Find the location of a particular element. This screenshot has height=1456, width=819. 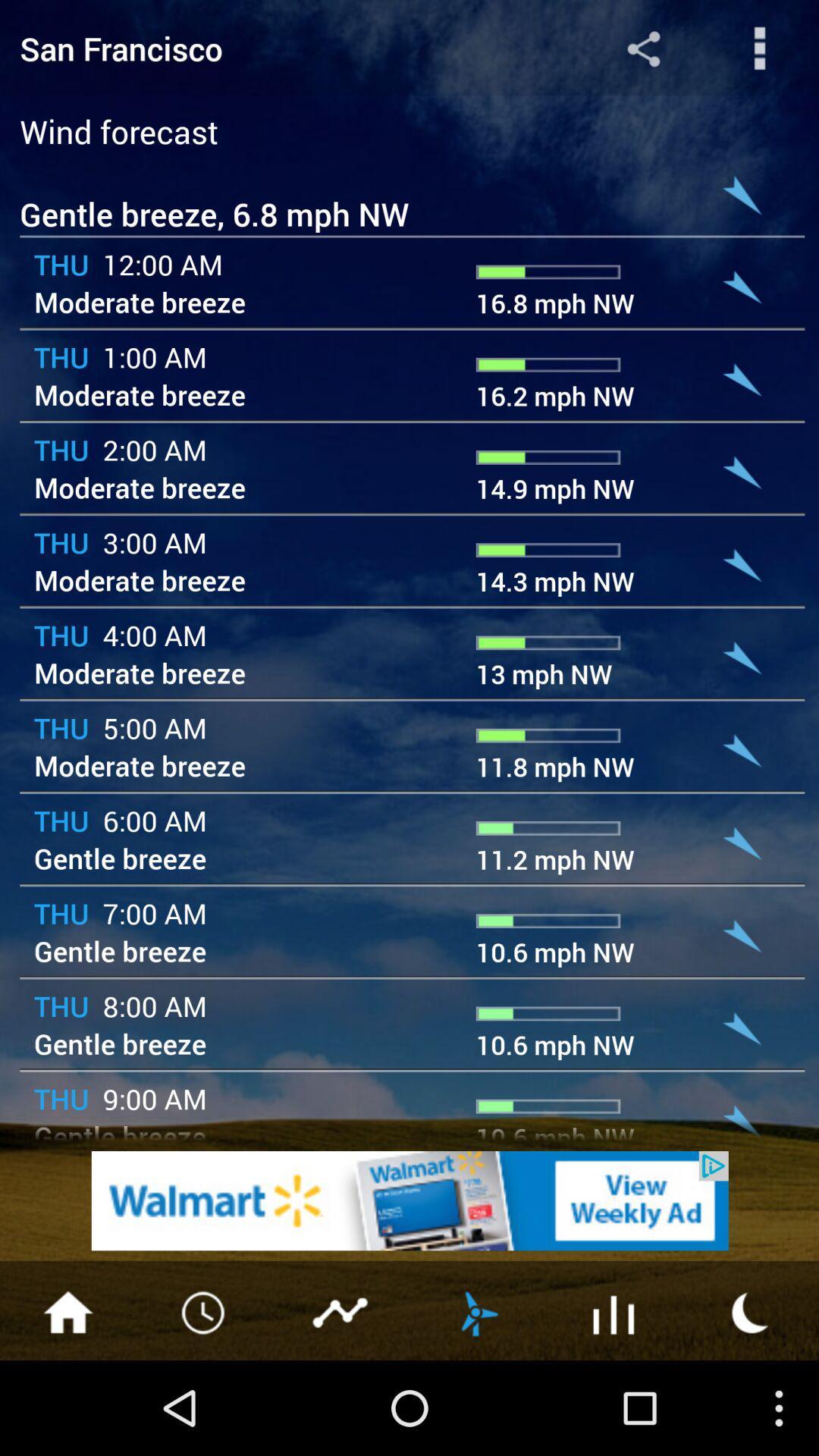

the more icon is located at coordinates (760, 52).